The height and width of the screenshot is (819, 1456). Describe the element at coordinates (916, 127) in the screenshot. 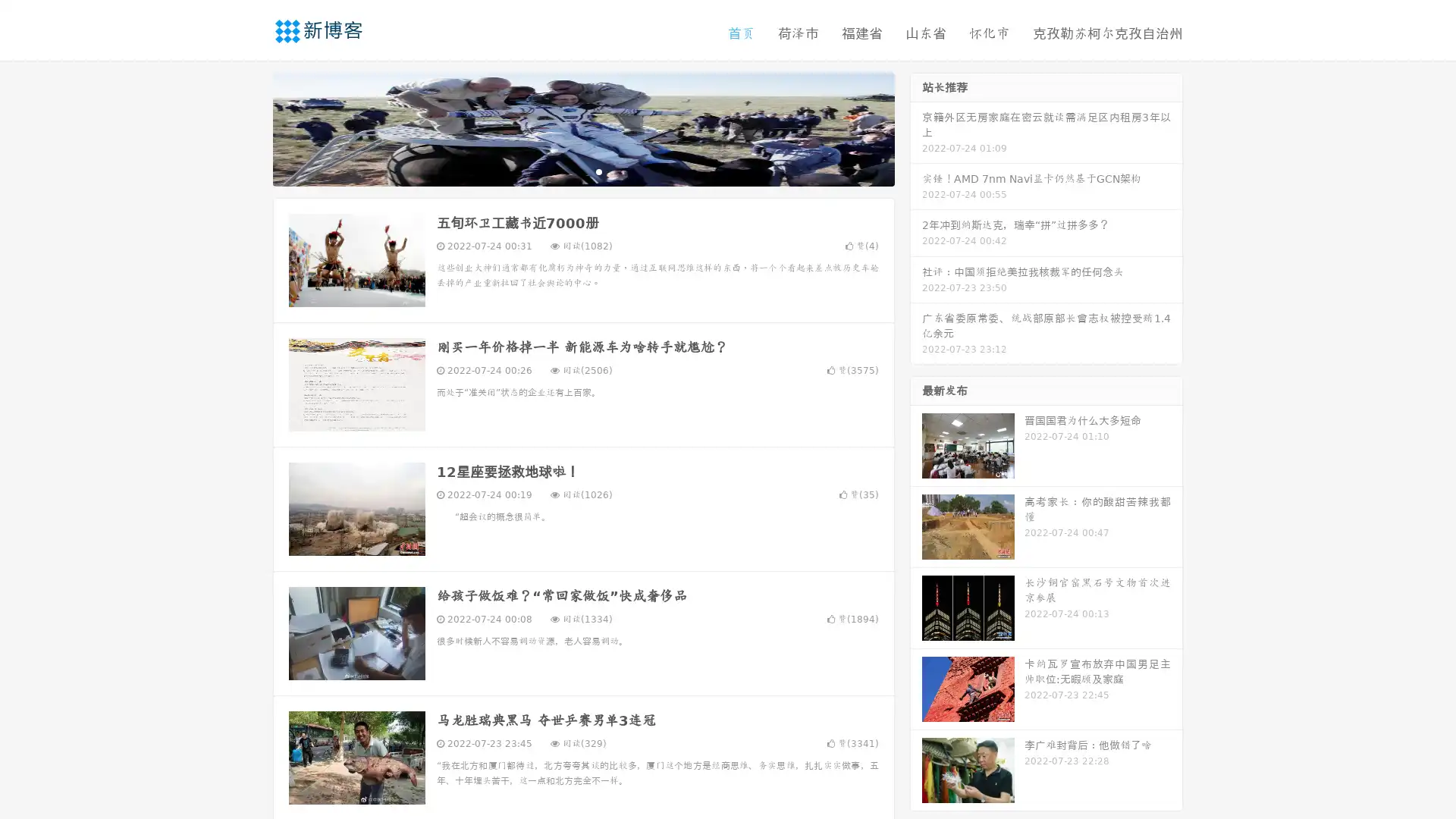

I see `Next slide` at that location.